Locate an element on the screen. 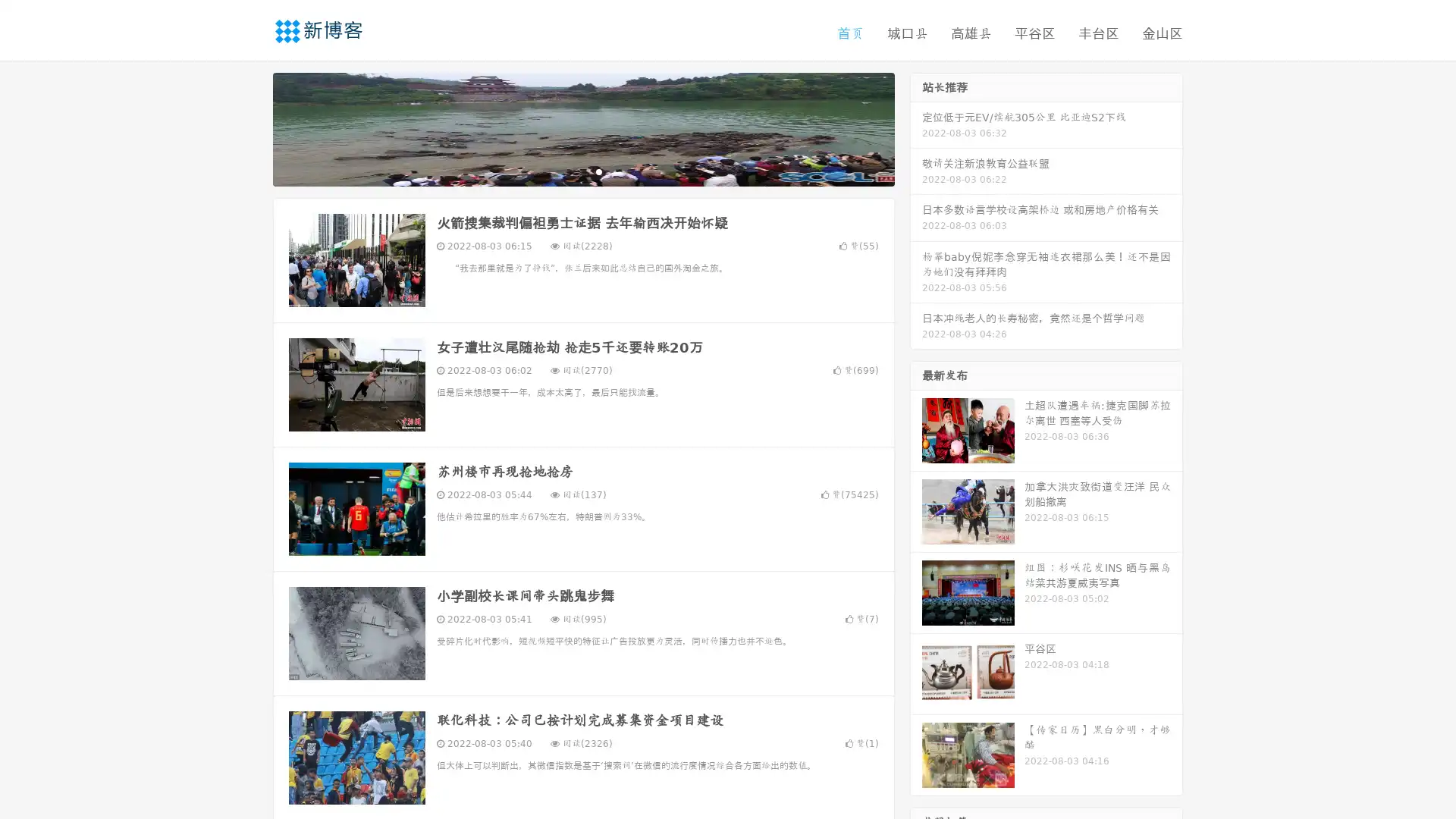 The image size is (1456, 819). Previous slide is located at coordinates (250, 127).